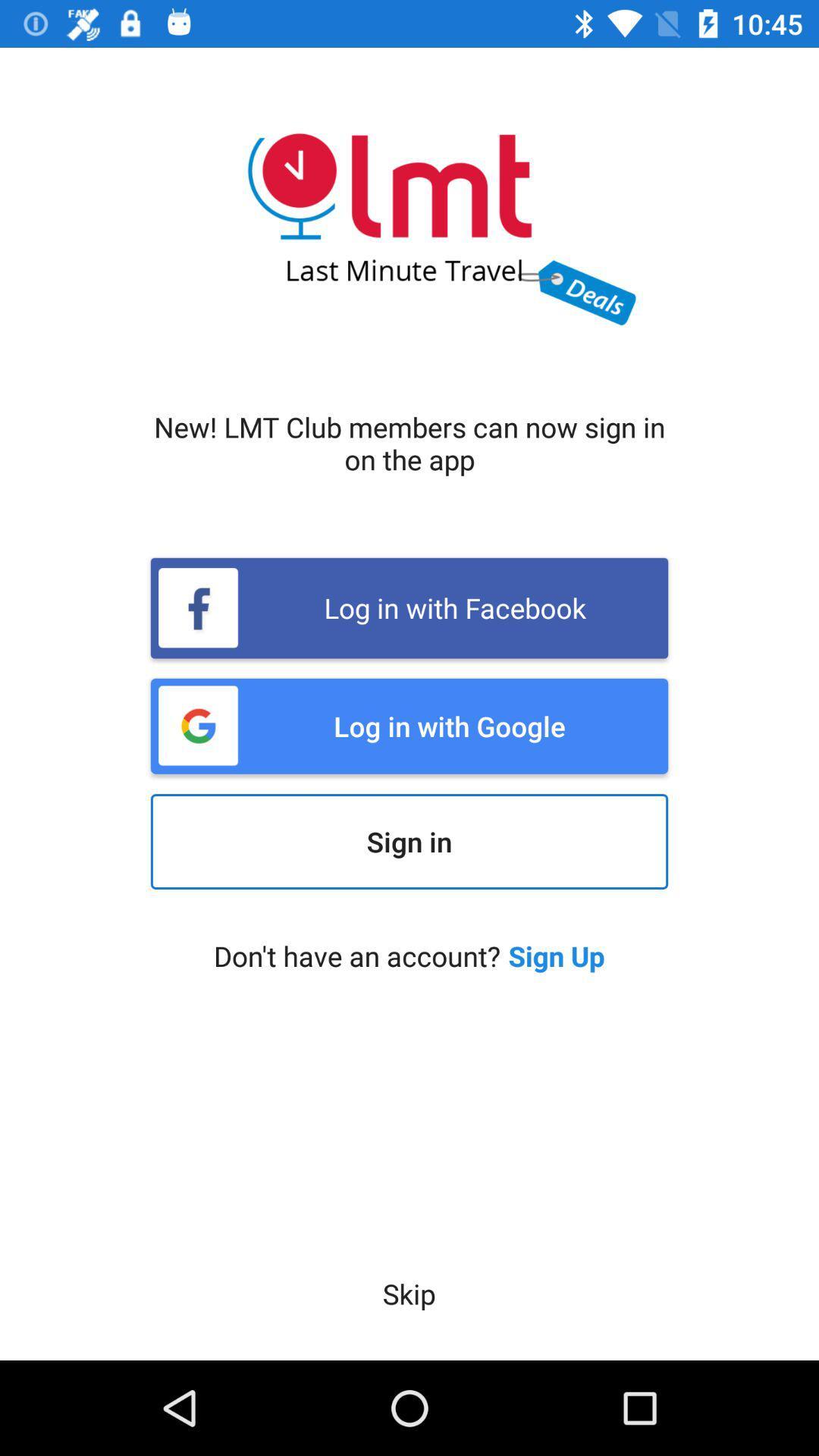 This screenshot has height=1456, width=819. I want to click on the sign up, so click(557, 955).